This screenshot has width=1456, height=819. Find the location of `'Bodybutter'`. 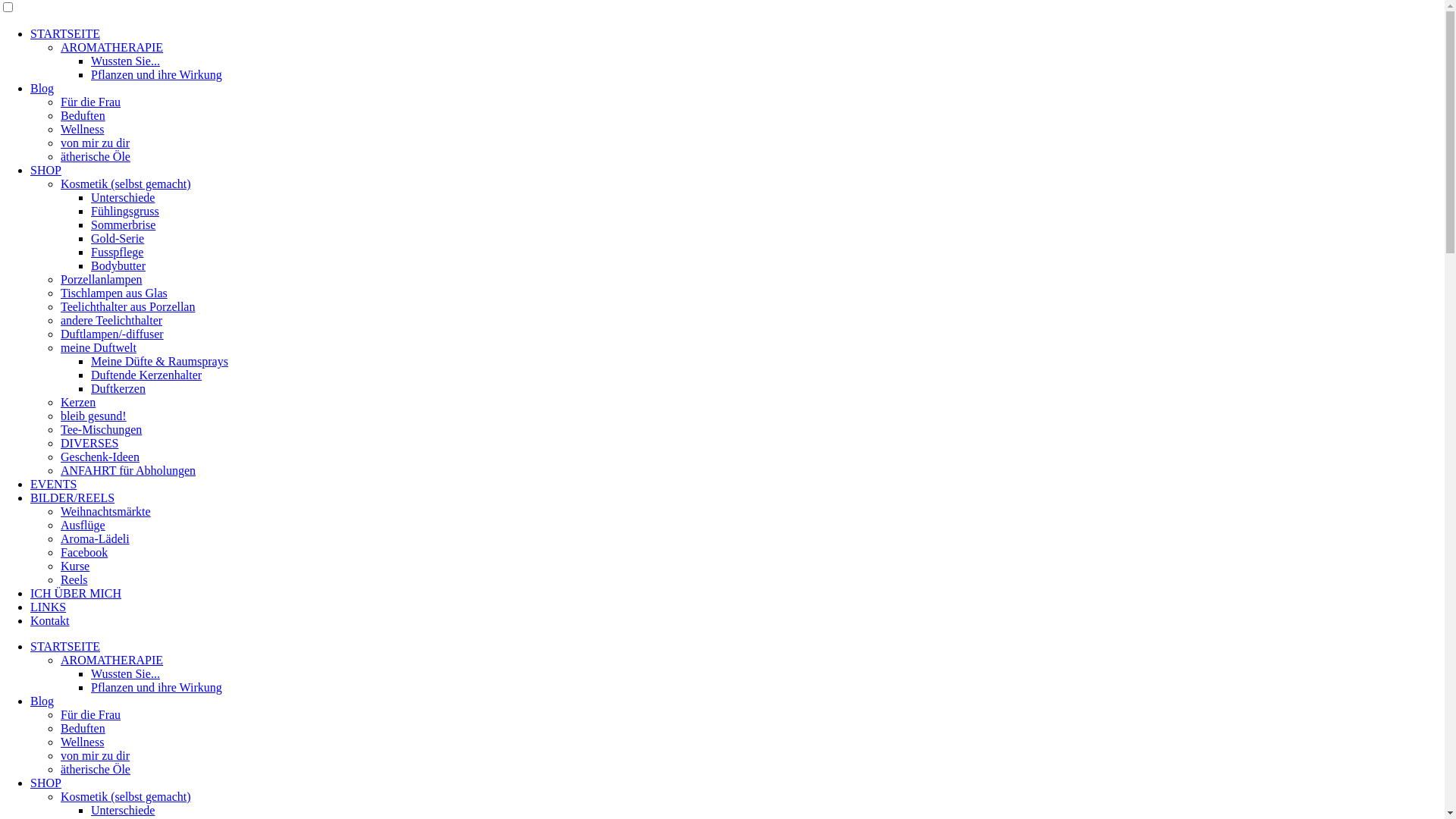

'Bodybutter' is located at coordinates (118, 265).